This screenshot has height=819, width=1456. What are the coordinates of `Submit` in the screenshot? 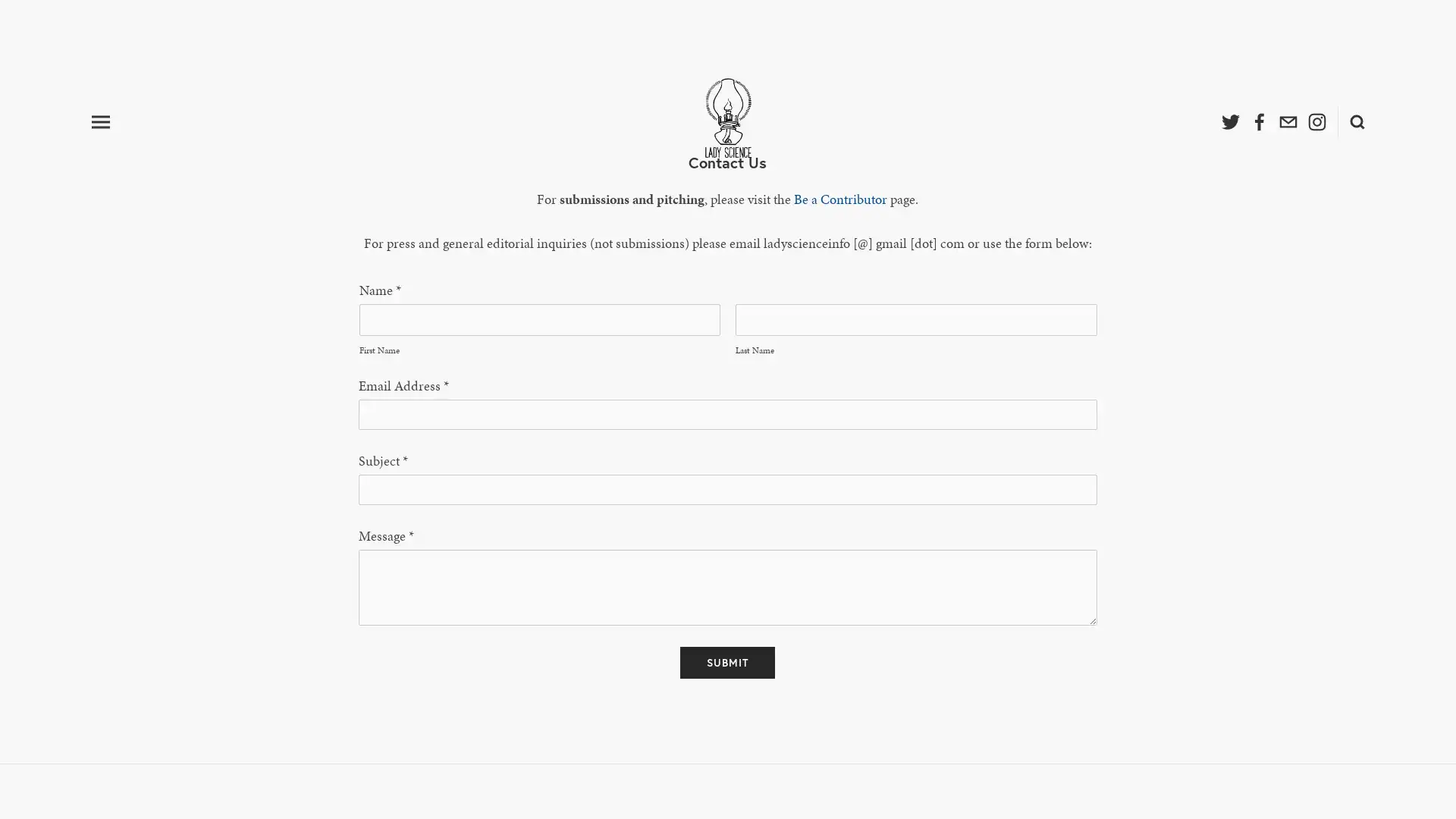 It's located at (726, 755).